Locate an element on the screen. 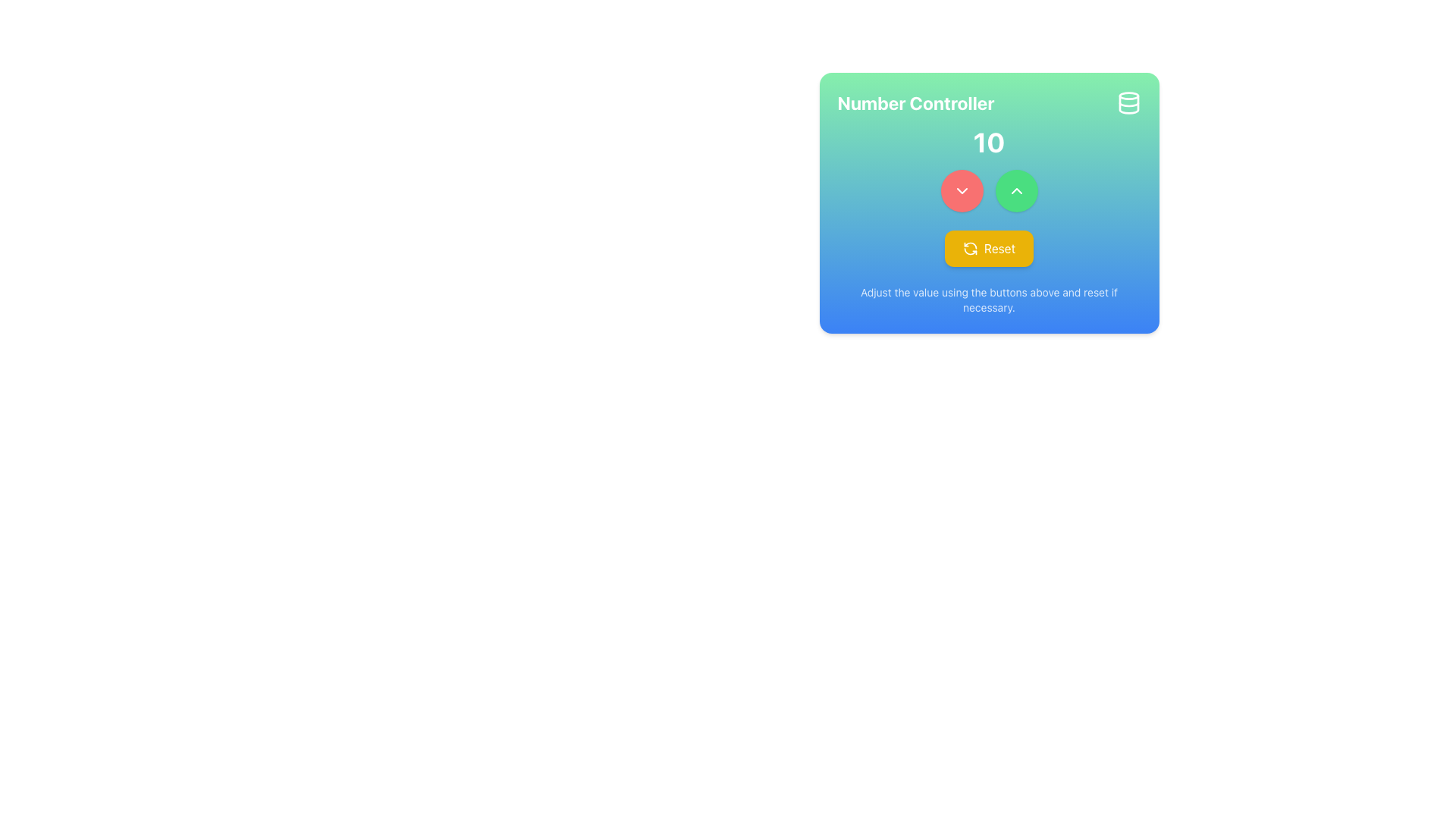 The image size is (1456, 819). the circular green button with a white upward-pointing chevron icon is located at coordinates (1016, 190).